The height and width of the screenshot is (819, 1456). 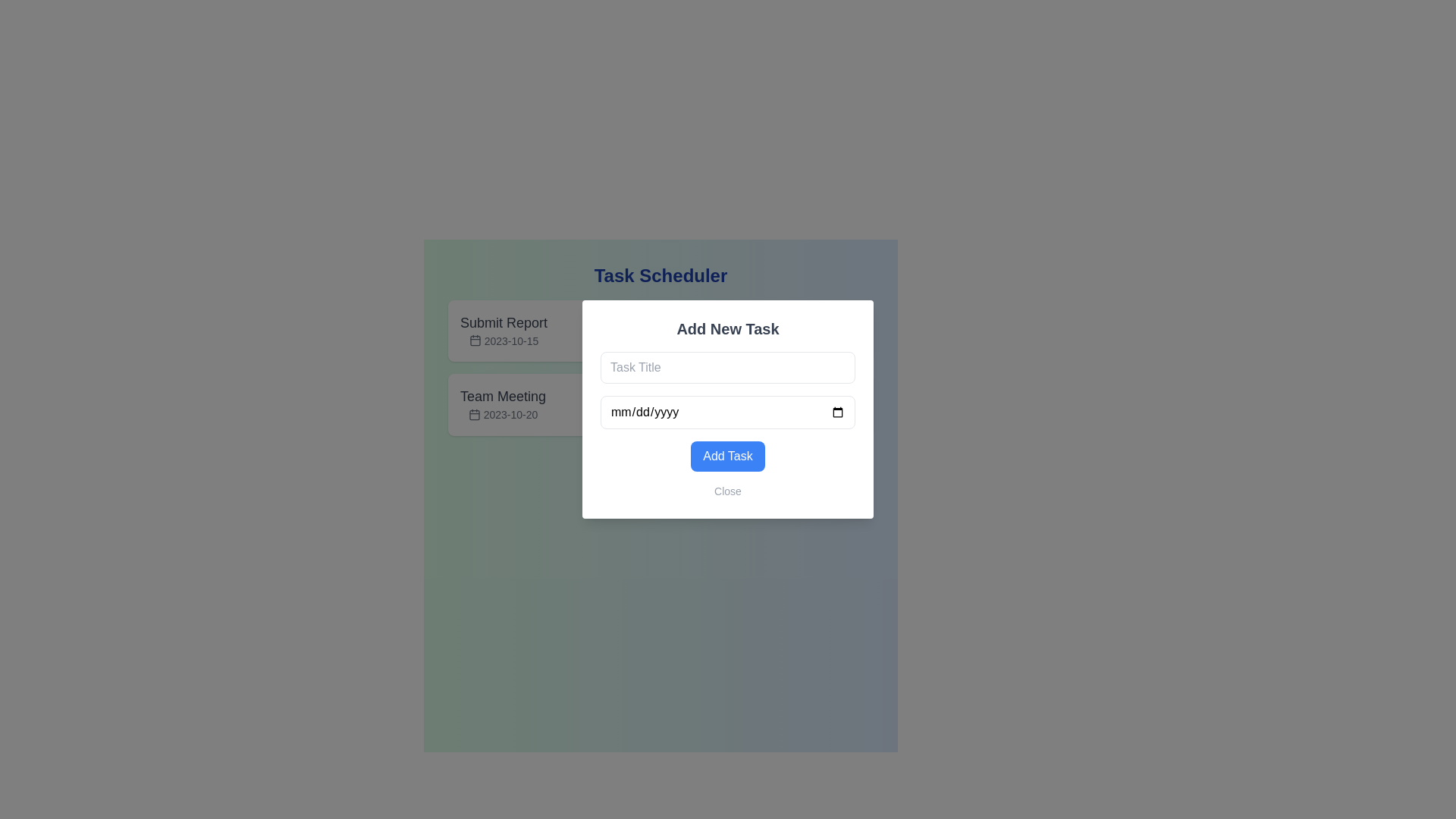 I want to click on the date text label displaying '2023-10-15', which is styled in small gray text and located next to the calendar icon below the 'Submit Report' title, so click(x=504, y=341).